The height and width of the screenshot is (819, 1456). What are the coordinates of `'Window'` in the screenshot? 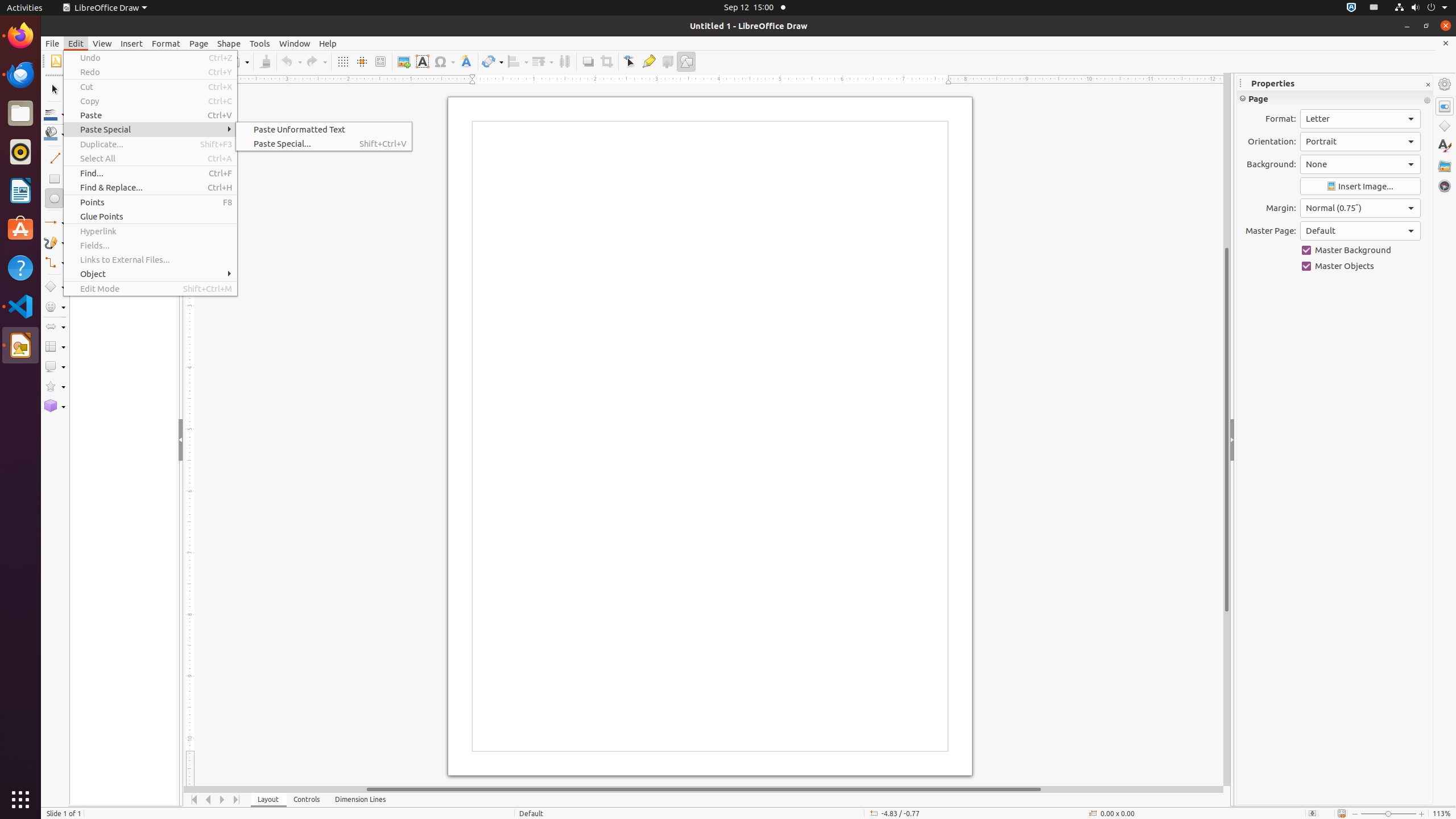 It's located at (294, 43).